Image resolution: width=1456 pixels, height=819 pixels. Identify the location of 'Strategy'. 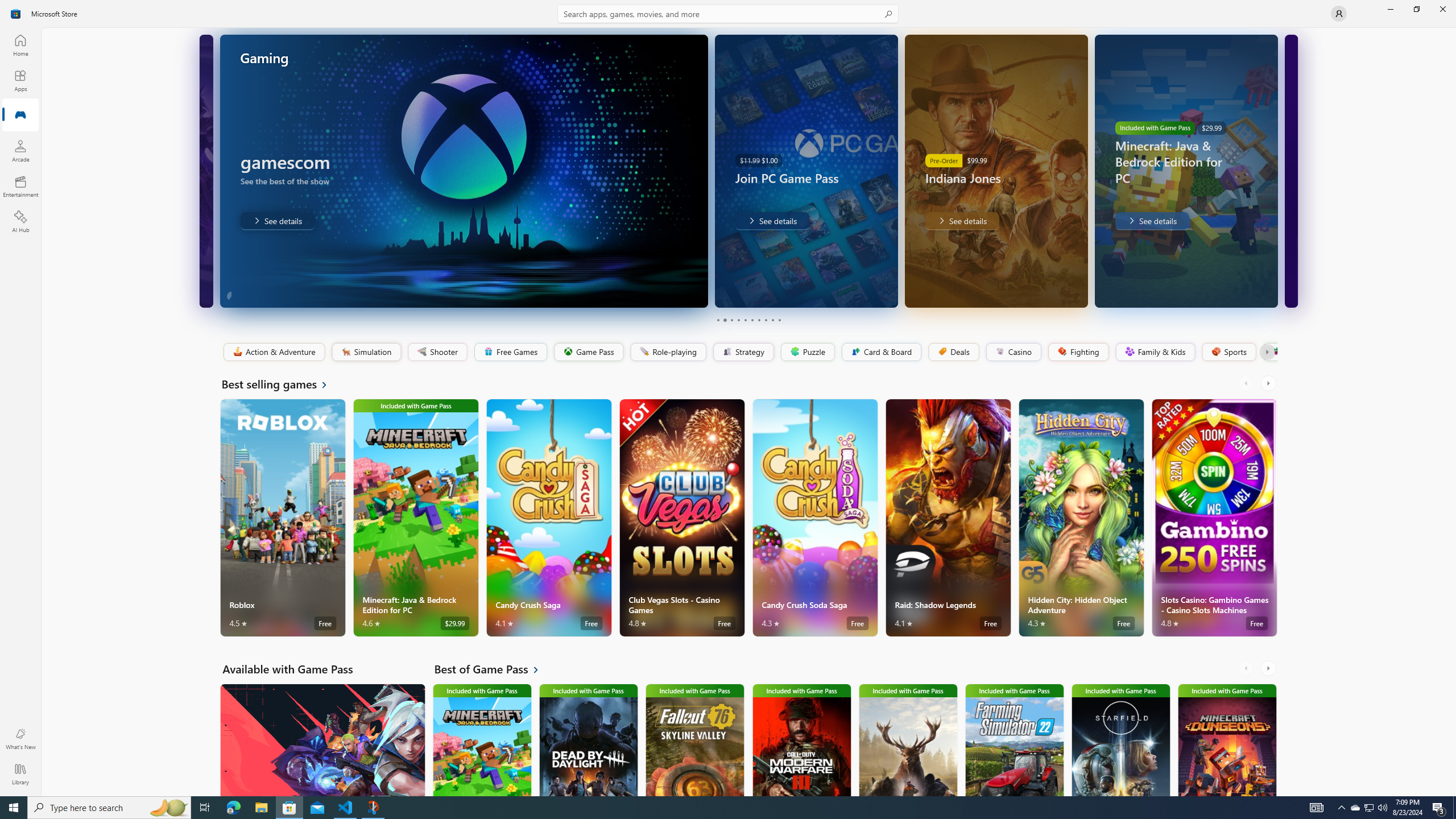
(742, 351).